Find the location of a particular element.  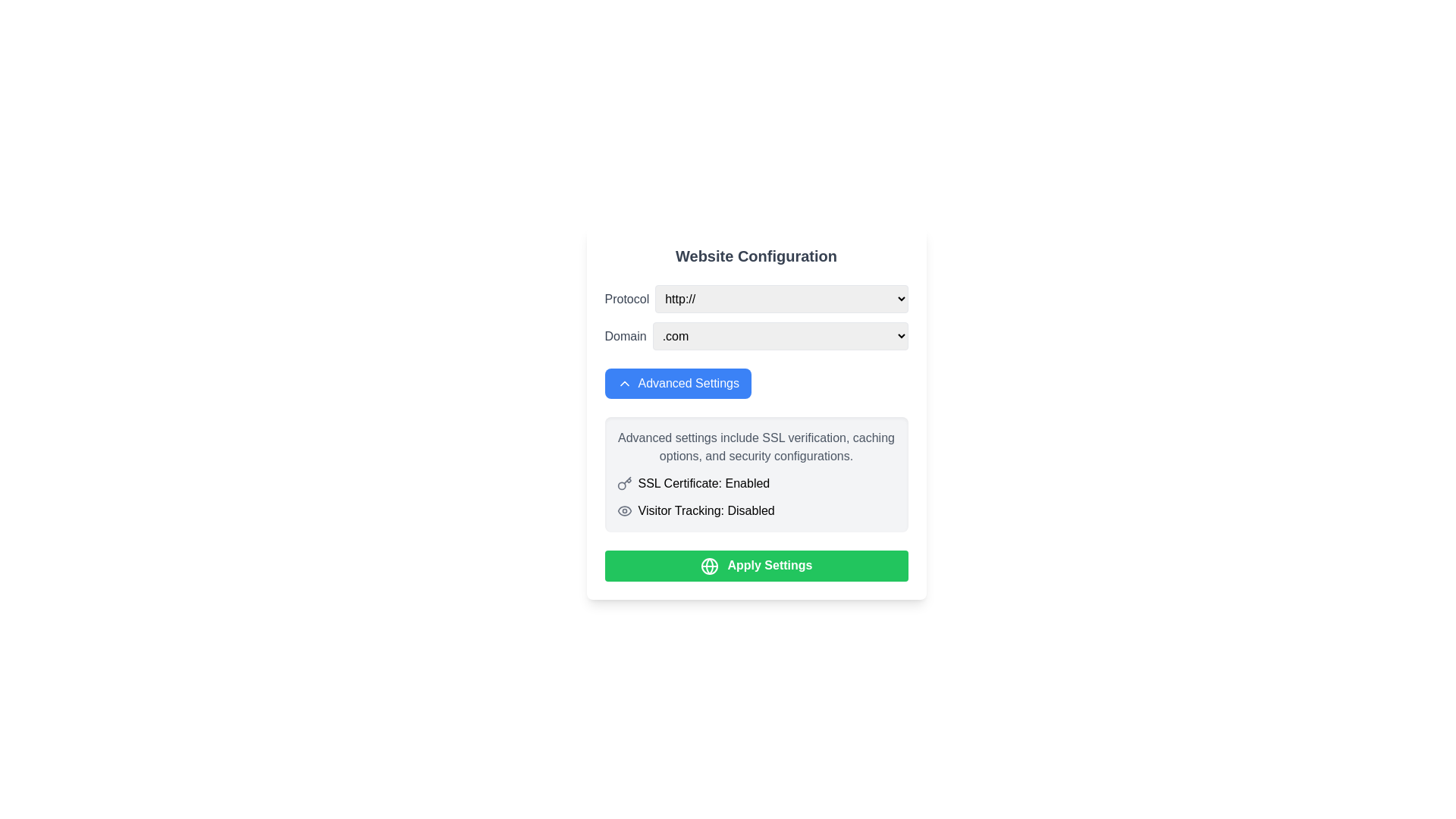

the Status Indicator that displays 'Disabled' for Visitor Tracking, located in the lower part of a light-gray box containing advanced settings, below the 'SSL Certificate: Enabled' line is located at coordinates (756, 511).